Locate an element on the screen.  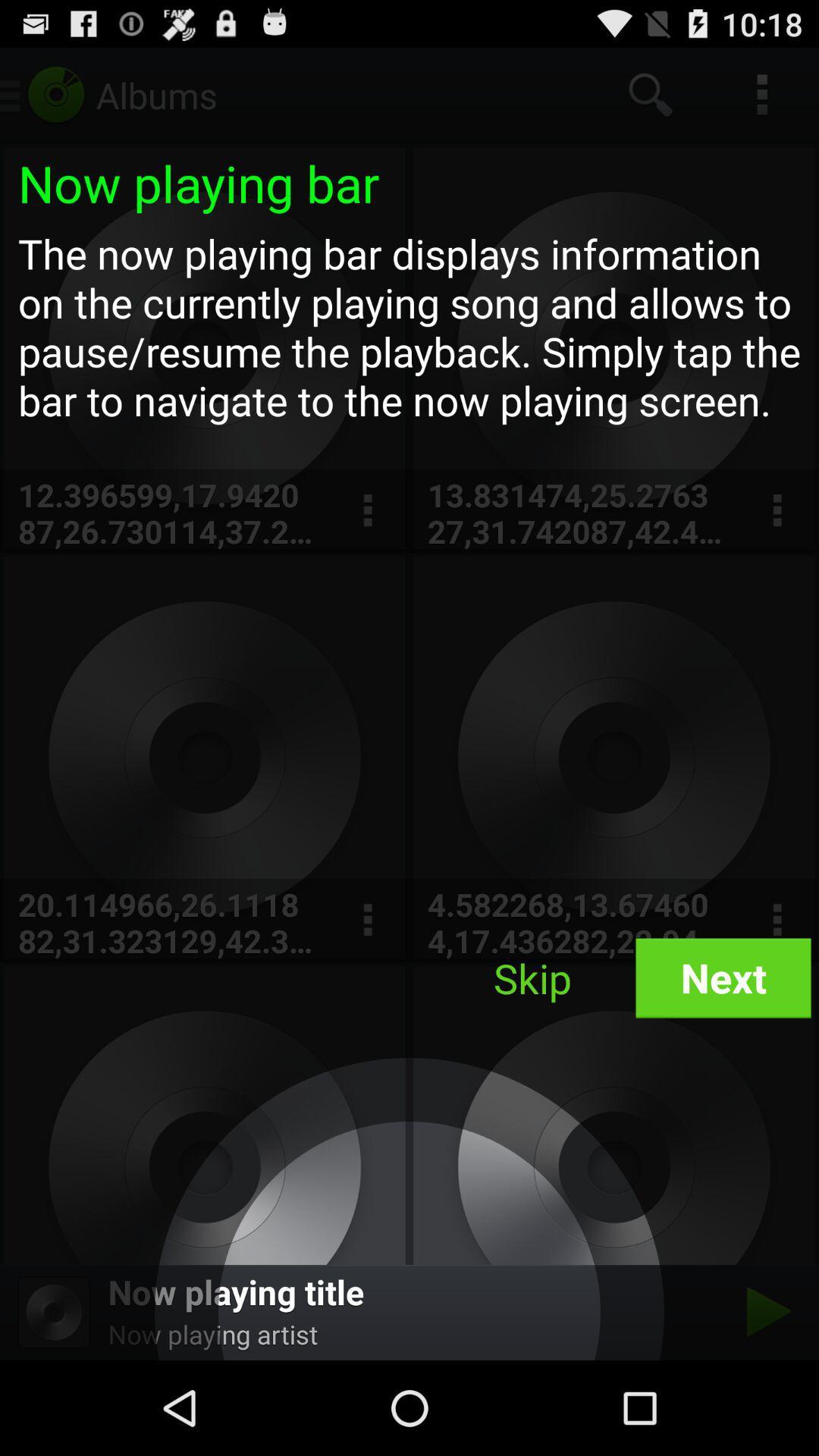
options is located at coordinates (367, 919).